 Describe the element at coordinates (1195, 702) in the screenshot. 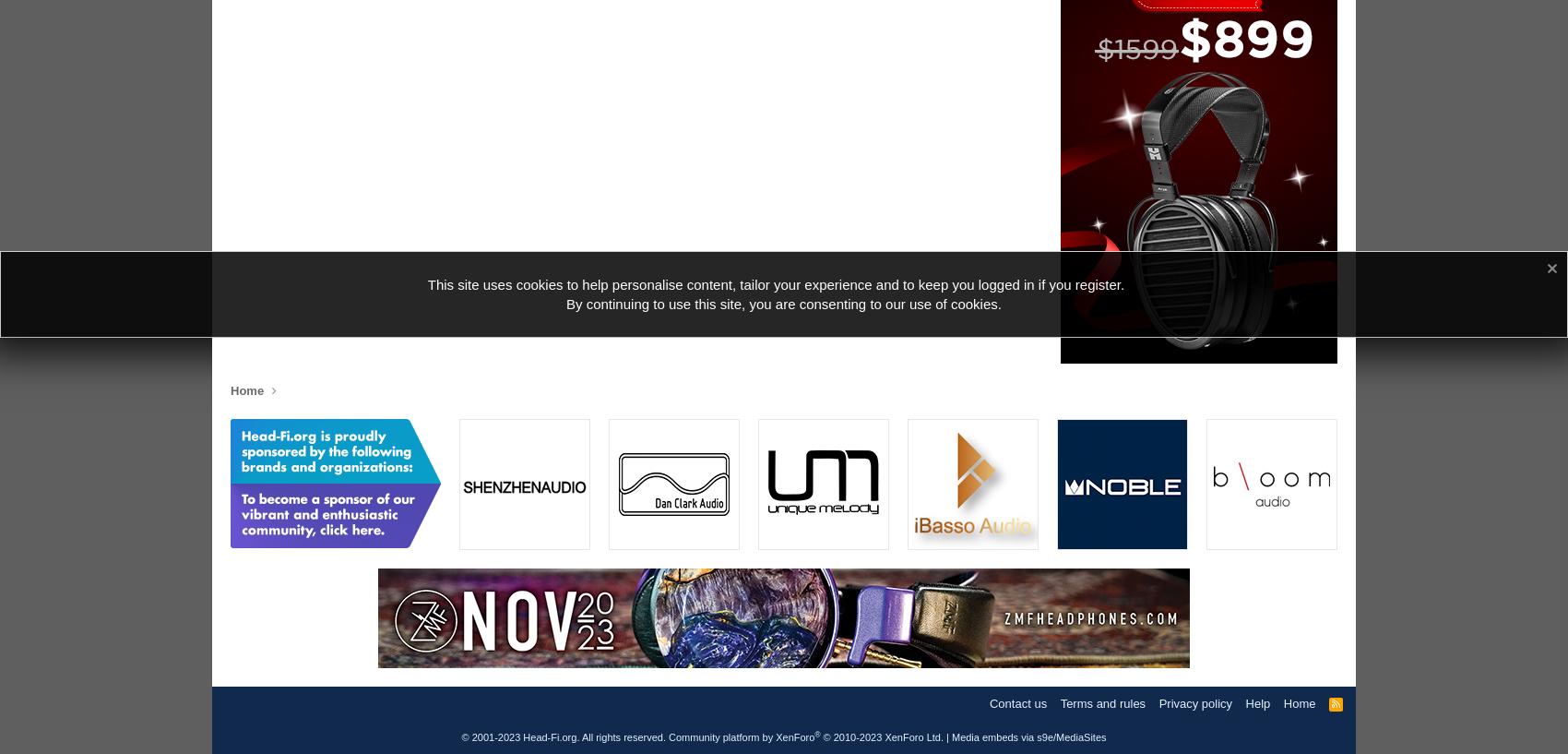

I see `'Privacy policy'` at that location.